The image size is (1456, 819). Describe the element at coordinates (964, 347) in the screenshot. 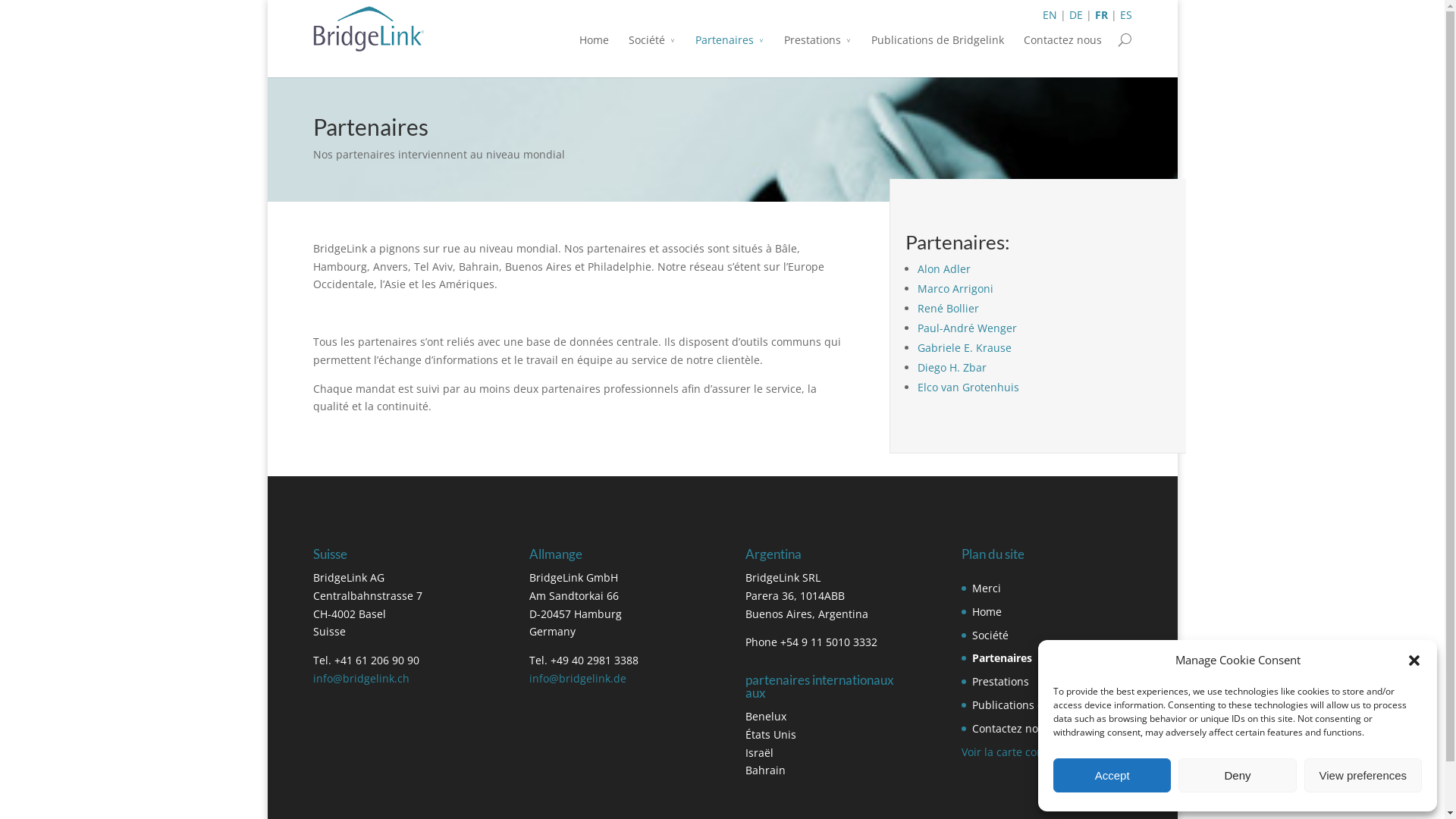

I see `'Gabriele E. Krause'` at that location.